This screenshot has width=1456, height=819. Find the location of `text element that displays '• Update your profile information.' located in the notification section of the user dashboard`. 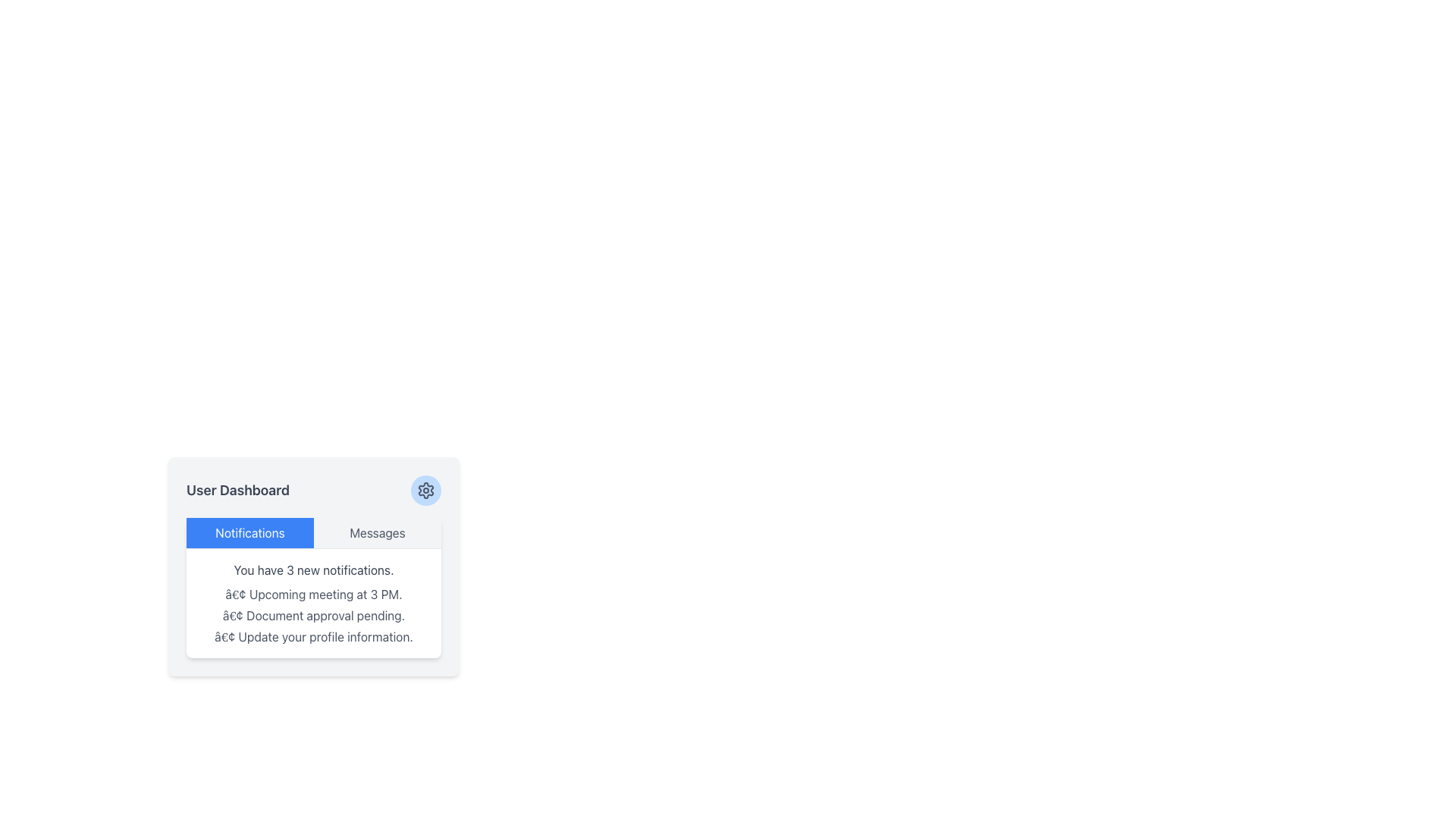

text element that displays '• Update your profile information.' located in the notification section of the user dashboard is located at coordinates (312, 637).